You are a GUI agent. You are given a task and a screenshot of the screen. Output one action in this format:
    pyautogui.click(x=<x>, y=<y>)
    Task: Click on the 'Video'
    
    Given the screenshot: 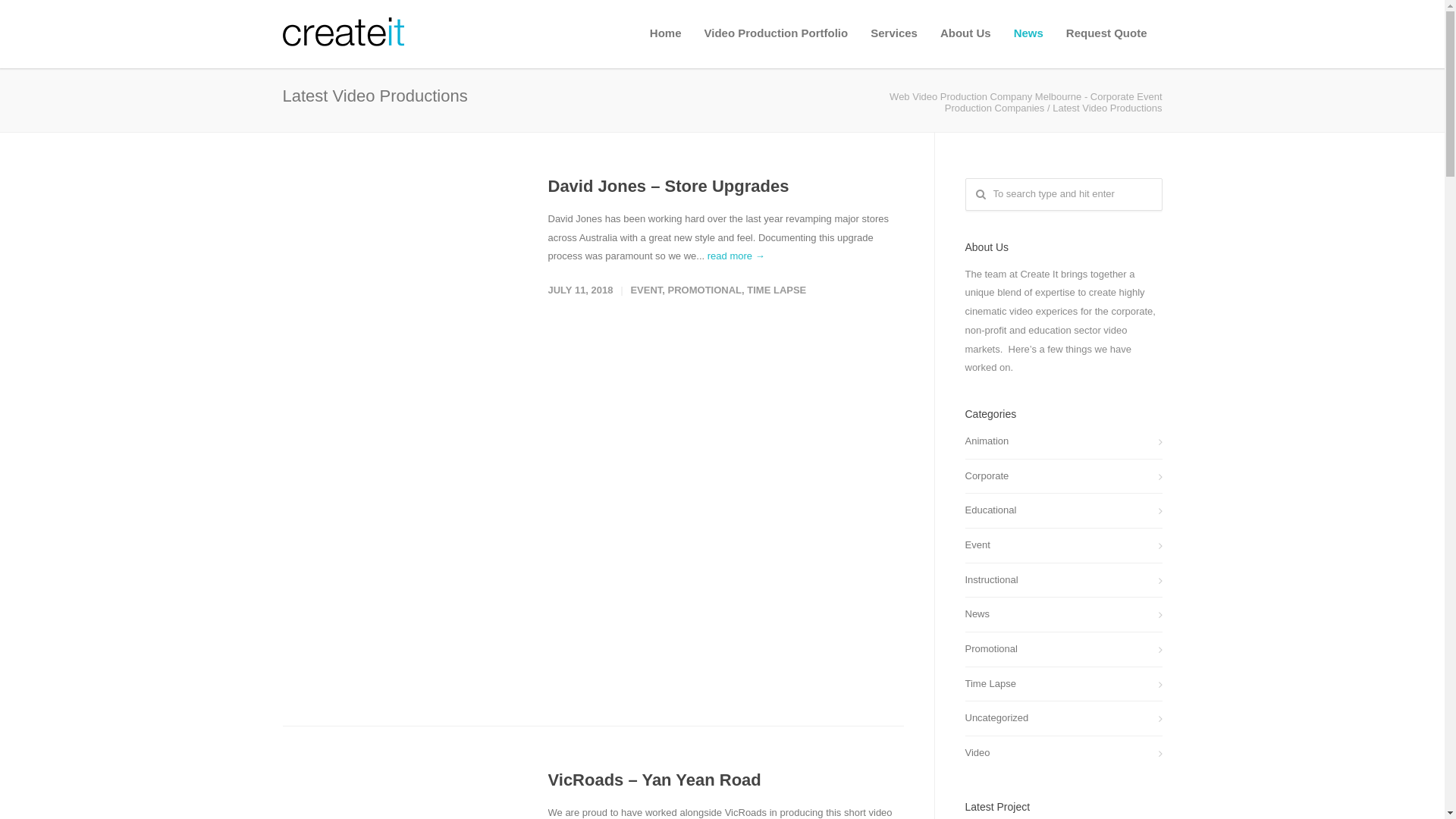 What is the action you would take?
    pyautogui.click(x=1062, y=753)
    